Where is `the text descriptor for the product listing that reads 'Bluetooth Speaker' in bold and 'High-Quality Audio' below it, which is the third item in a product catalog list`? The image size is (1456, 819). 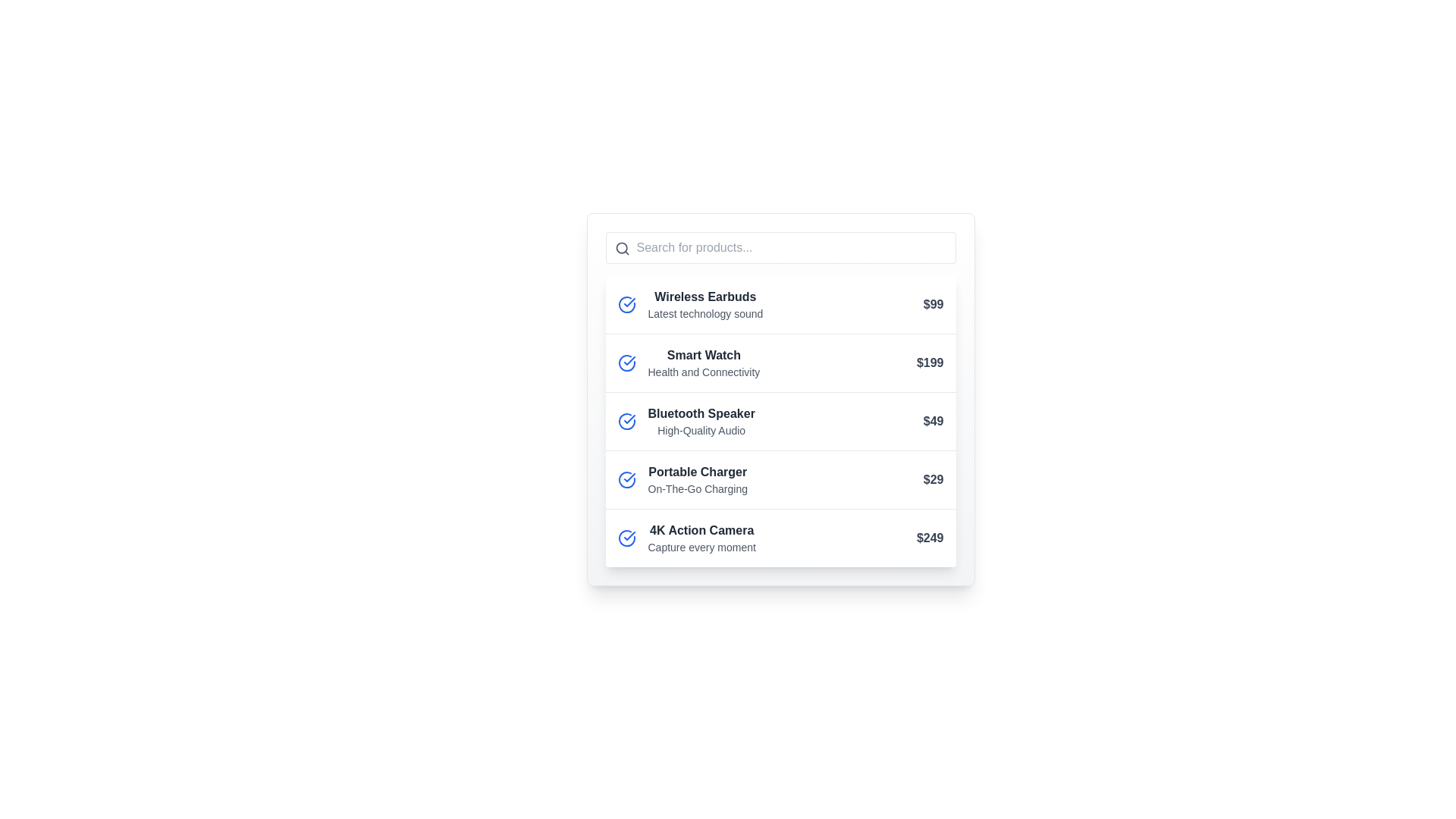 the text descriptor for the product listing that reads 'Bluetooth Speaker' in bold and 'High-Quality Audio' below it, which is the third item in a product catalog list is located at coordinates (701, 421).